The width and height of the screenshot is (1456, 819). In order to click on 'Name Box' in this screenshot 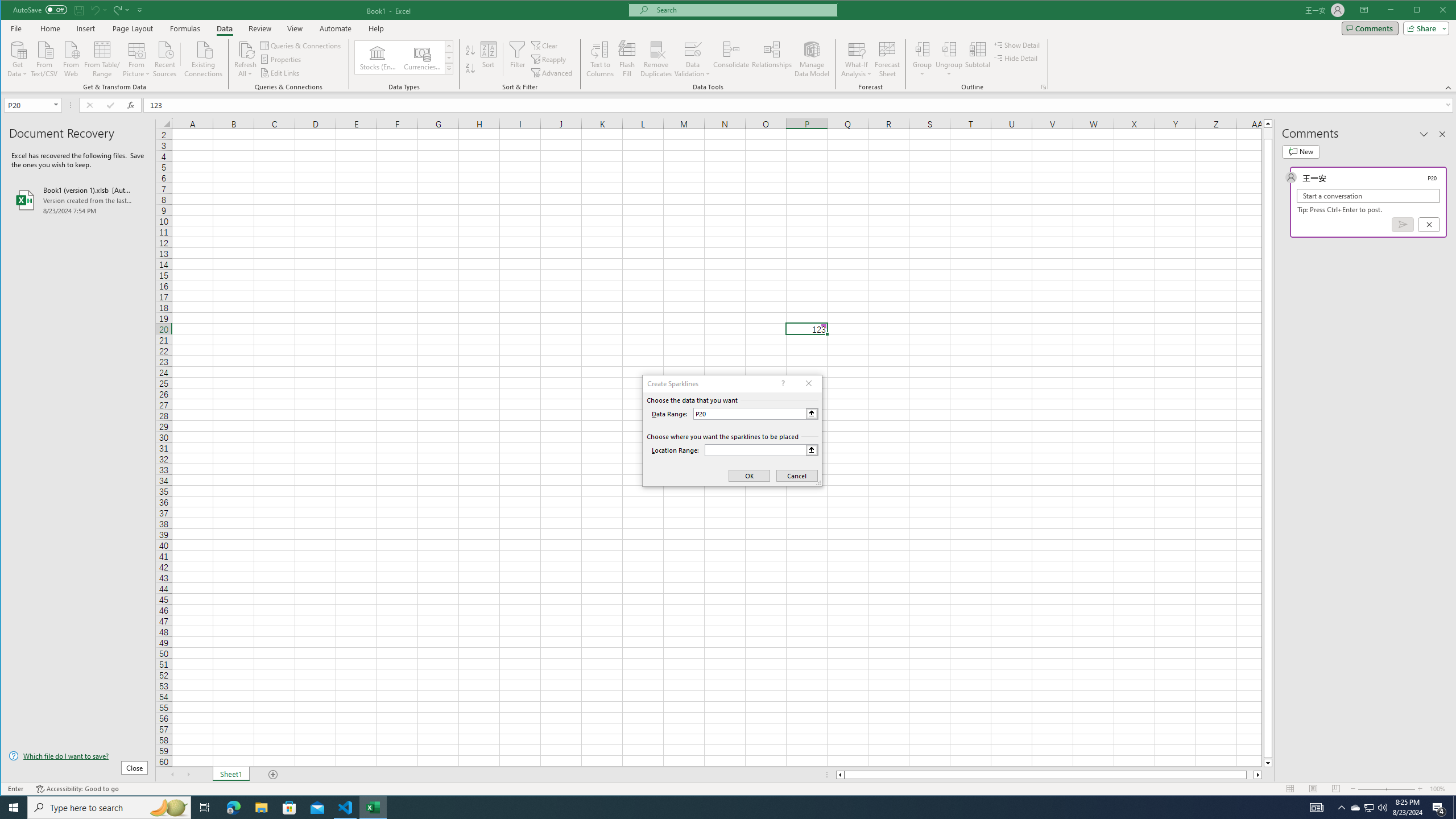, I will do `click(27, 105)`.